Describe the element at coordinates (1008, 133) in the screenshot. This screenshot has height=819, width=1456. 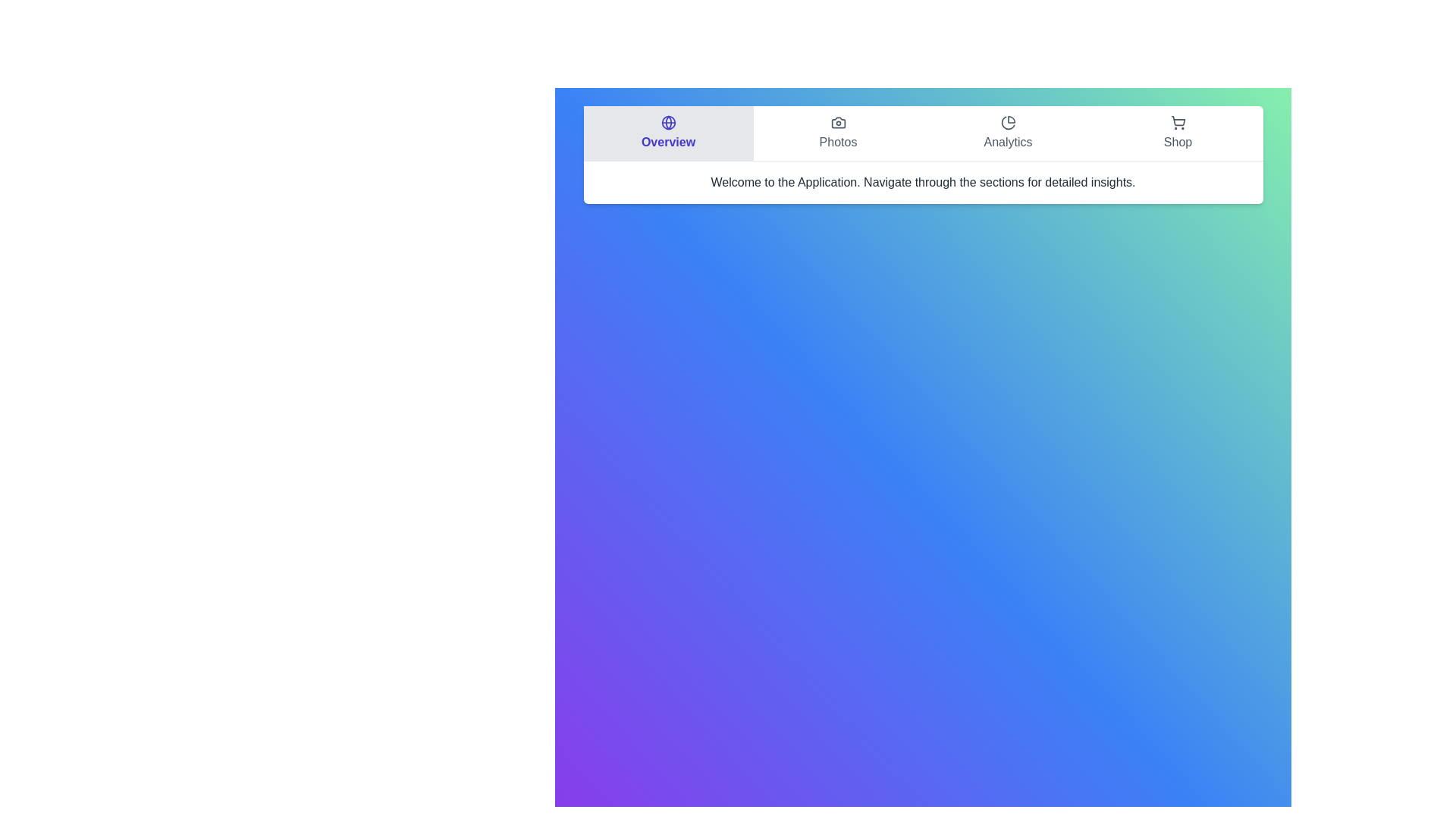
I see `the 'Analytics' navigation button located in the horizontal navigation bar` at that location.